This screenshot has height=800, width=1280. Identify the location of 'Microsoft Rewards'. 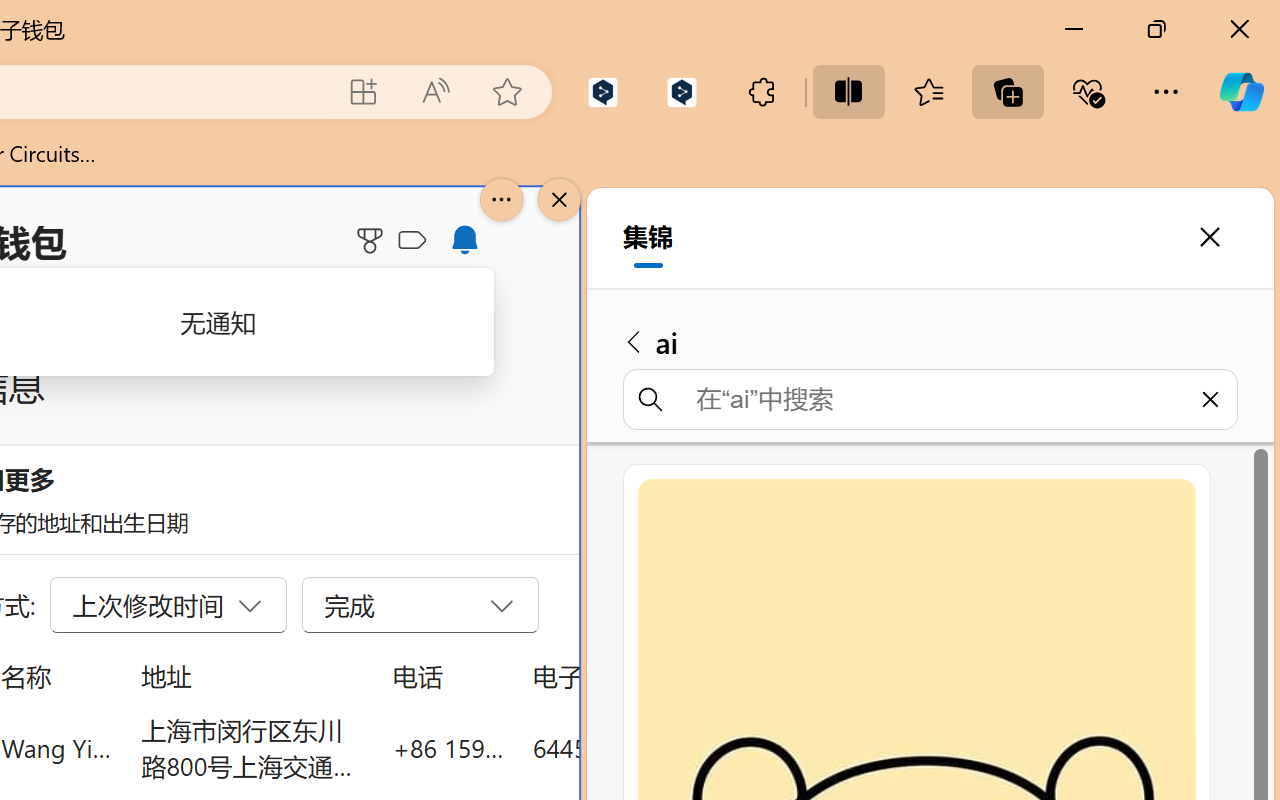
(373, 239).